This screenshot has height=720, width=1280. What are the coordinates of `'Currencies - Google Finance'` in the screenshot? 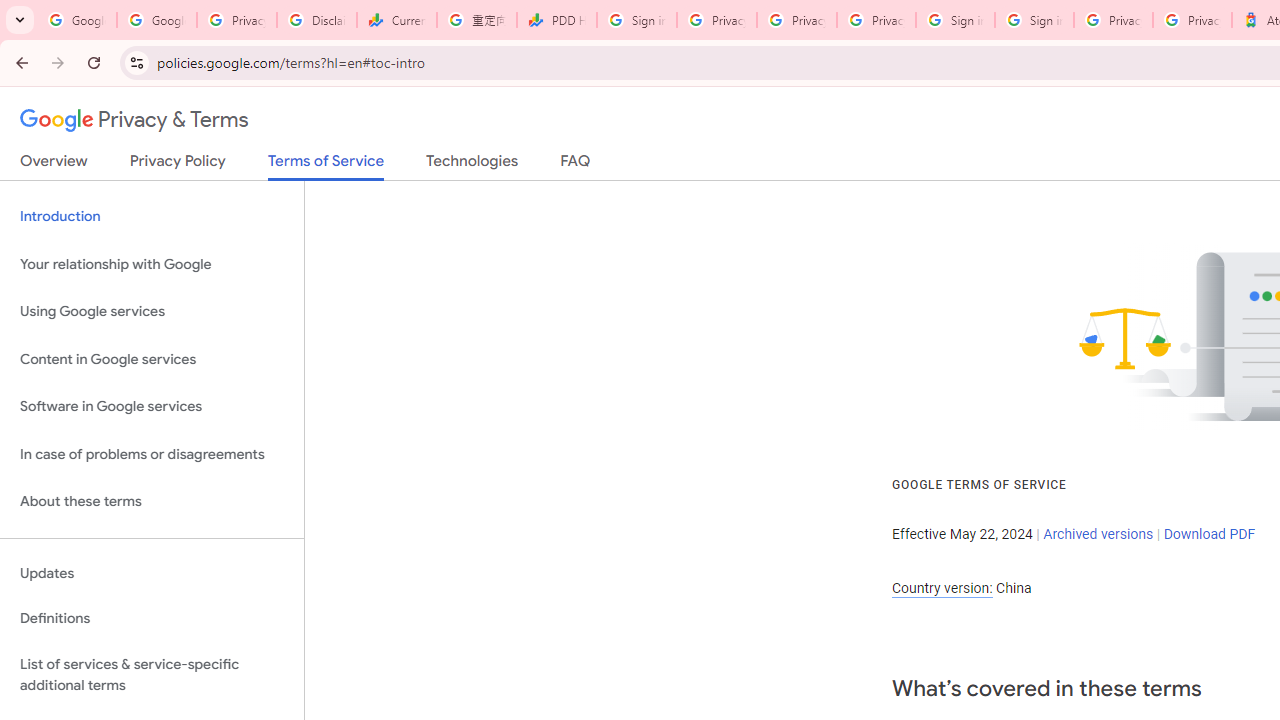 It's located at (396, 20).